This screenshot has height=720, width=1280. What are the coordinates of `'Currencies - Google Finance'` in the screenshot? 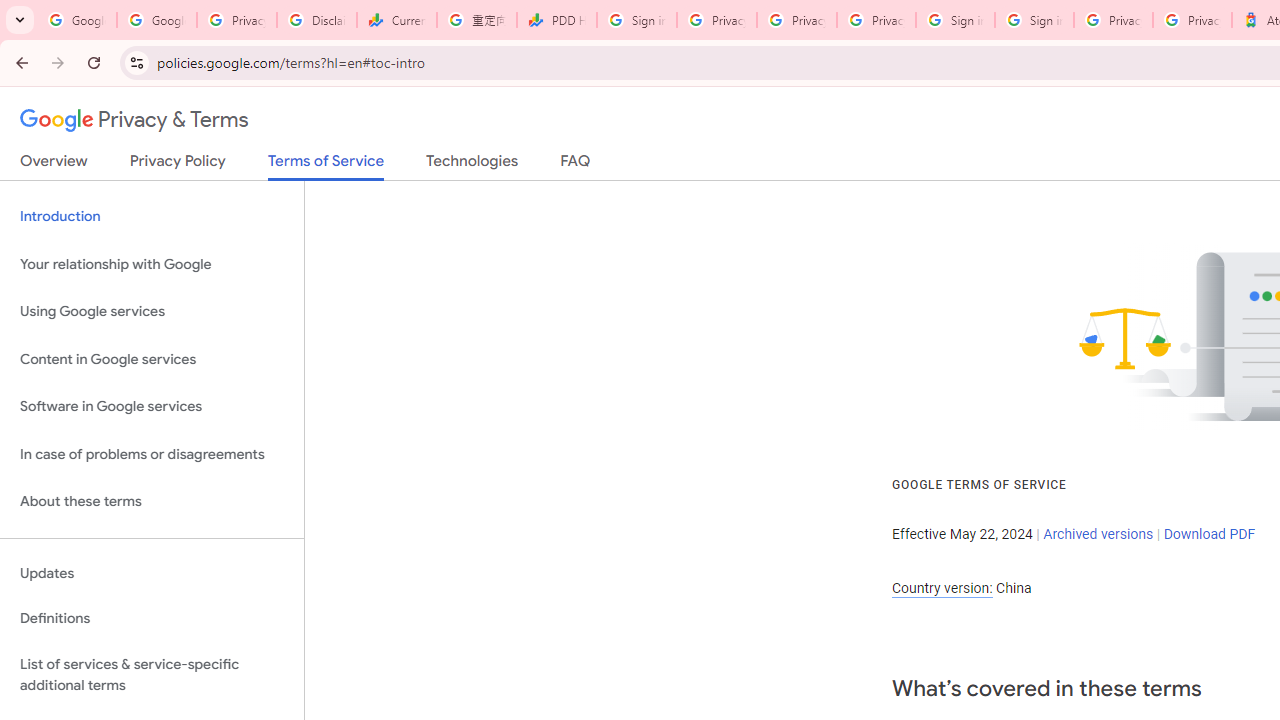 It's located at (396, 20).